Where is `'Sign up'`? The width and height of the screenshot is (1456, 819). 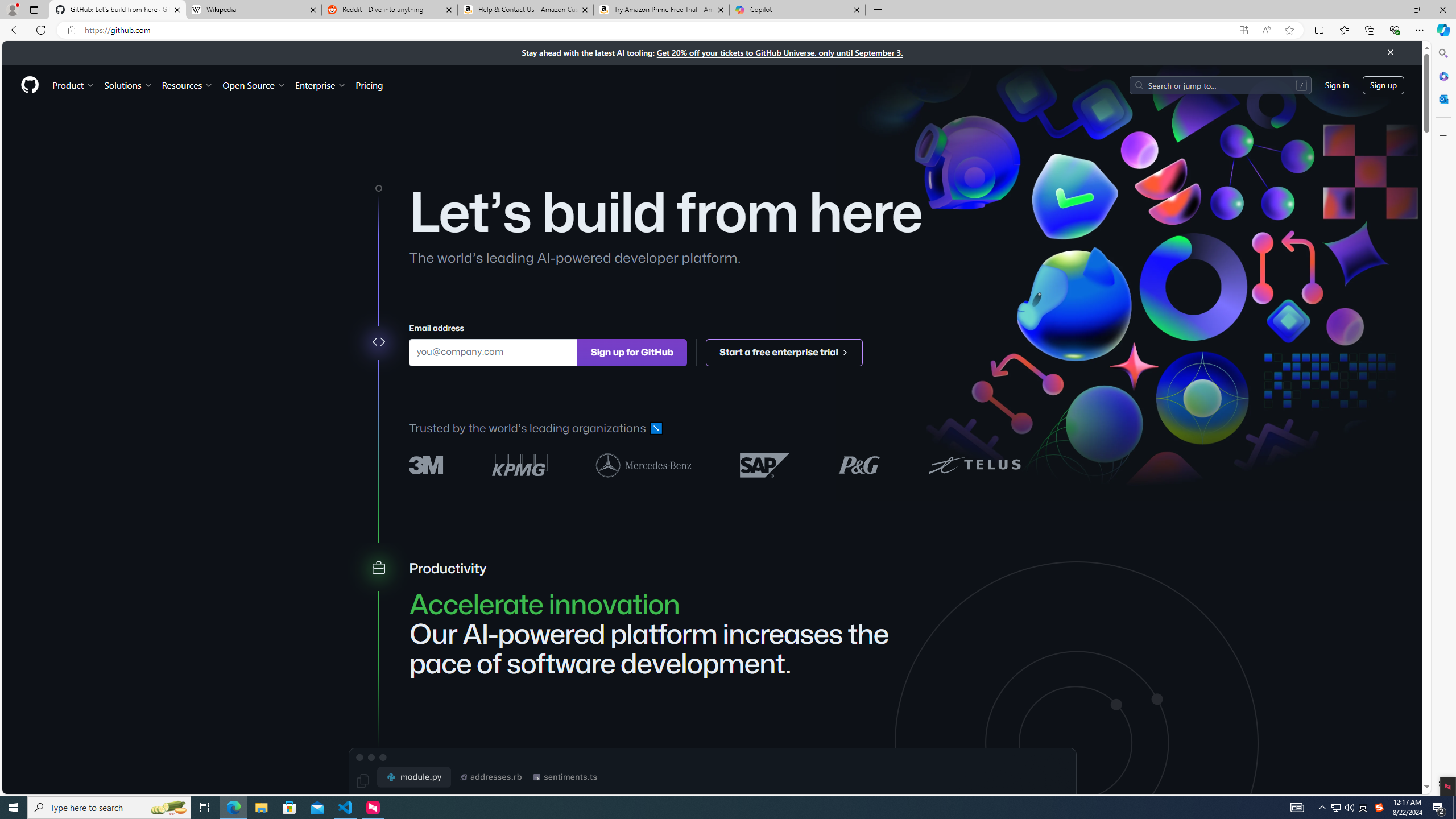 'Sign up' is located at coordinates (1383, 85).